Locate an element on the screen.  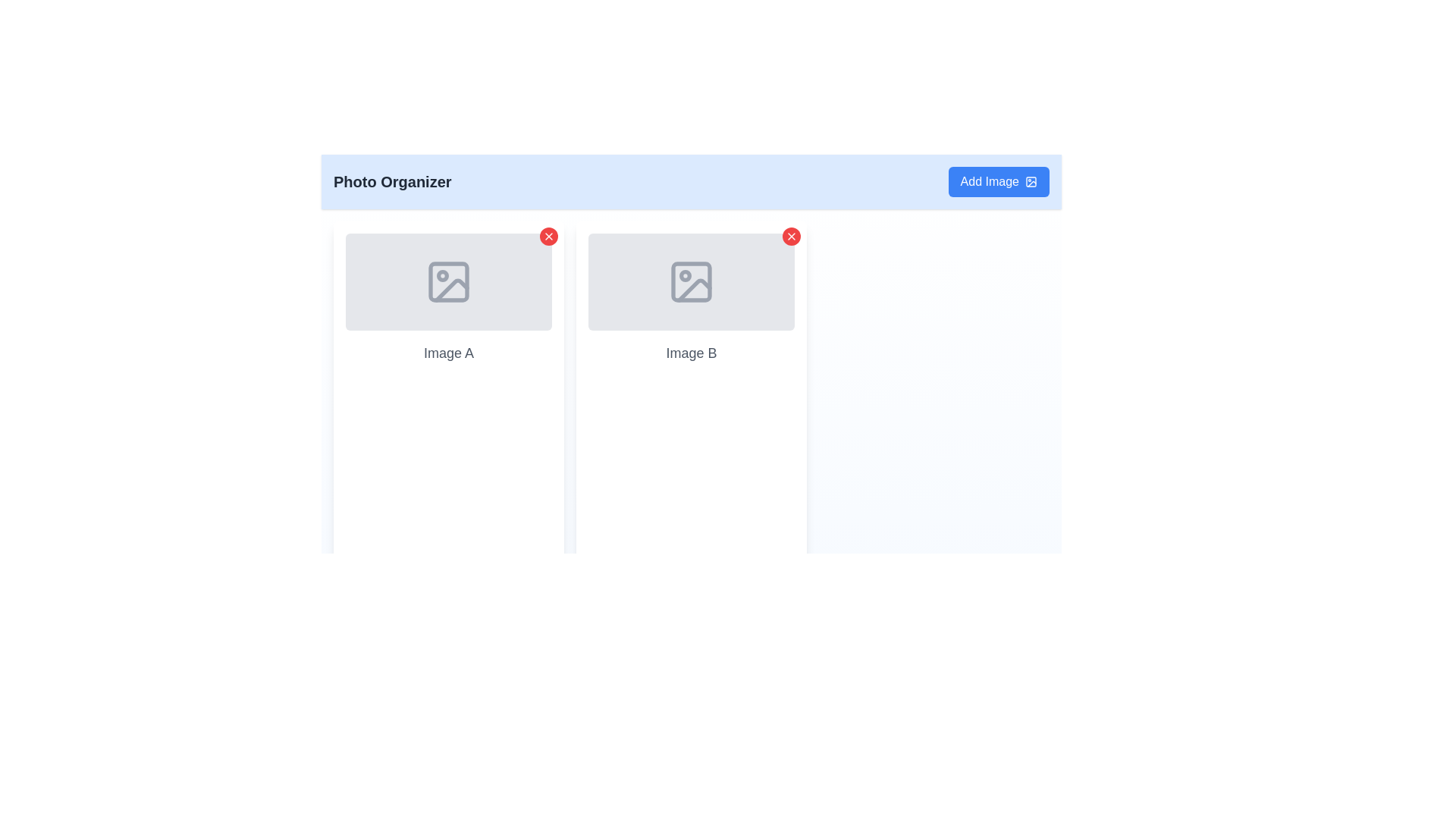
the blue rectangular 'Add Image' button located at the top-right of the 'Photo Organizer' header is located at coordinates (999, 180).